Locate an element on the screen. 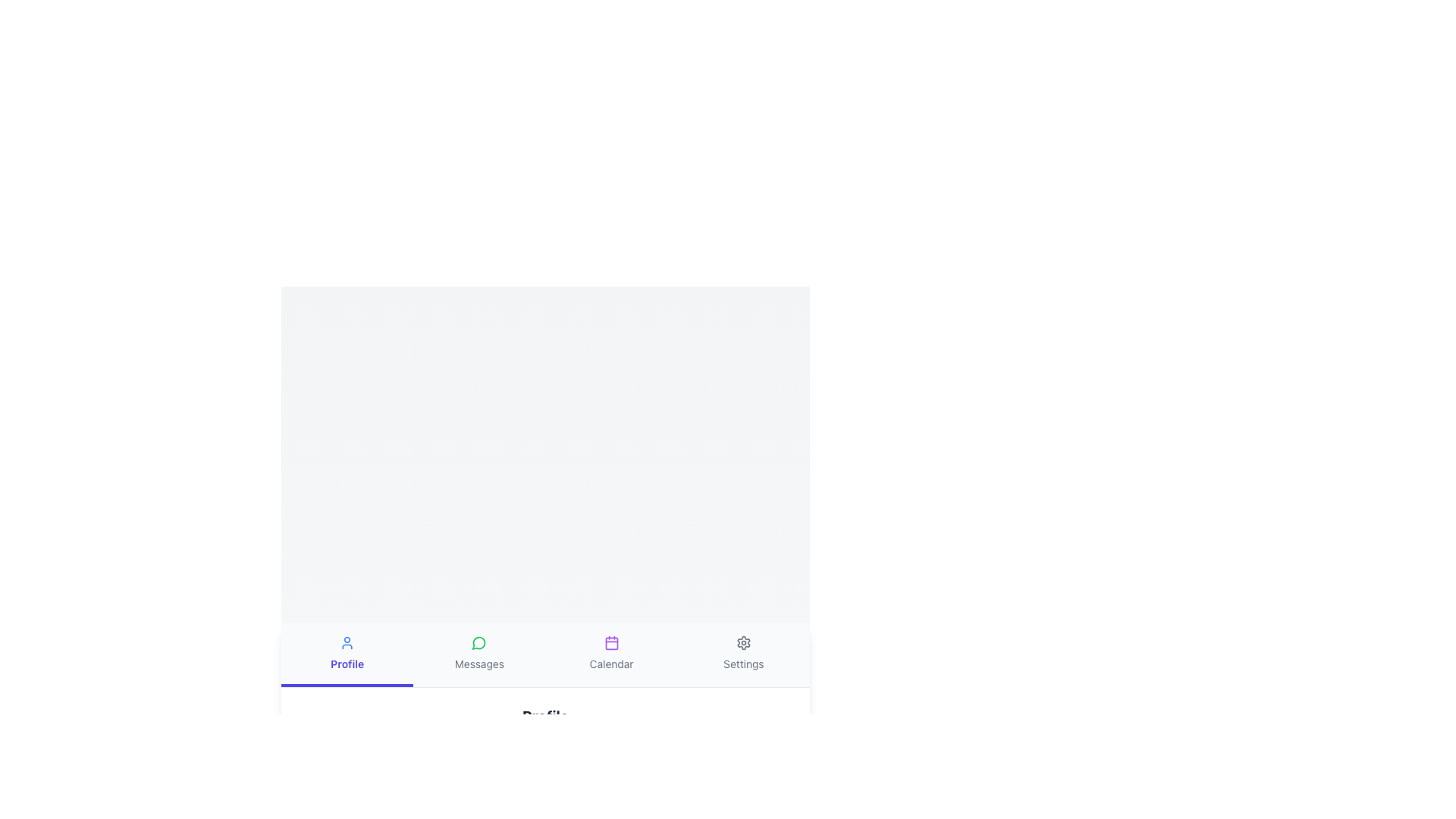  the settings icon located in the bottom navigation bar, aligned under the 'Settings' label on the far right is located at coordinates (743, 642).